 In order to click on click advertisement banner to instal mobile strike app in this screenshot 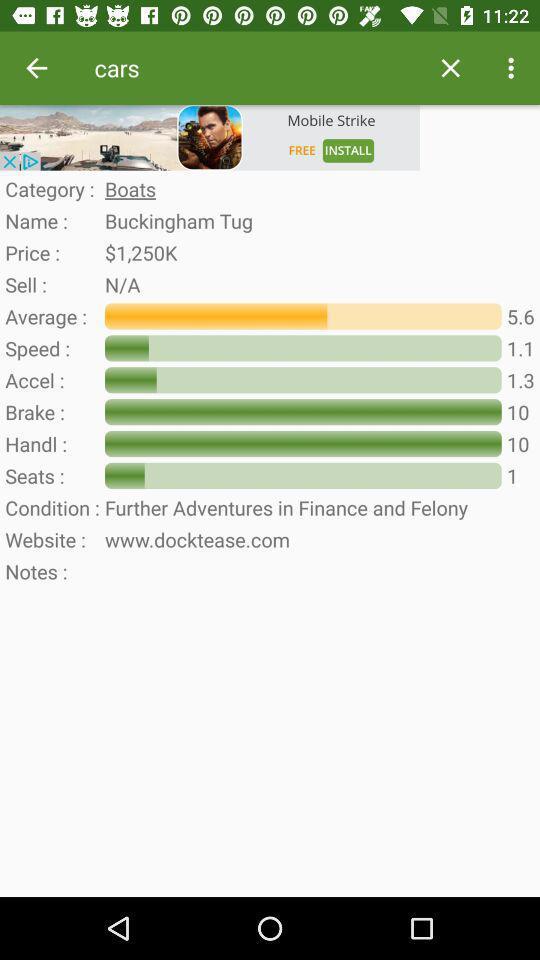, I will do `click(209, 136)`.